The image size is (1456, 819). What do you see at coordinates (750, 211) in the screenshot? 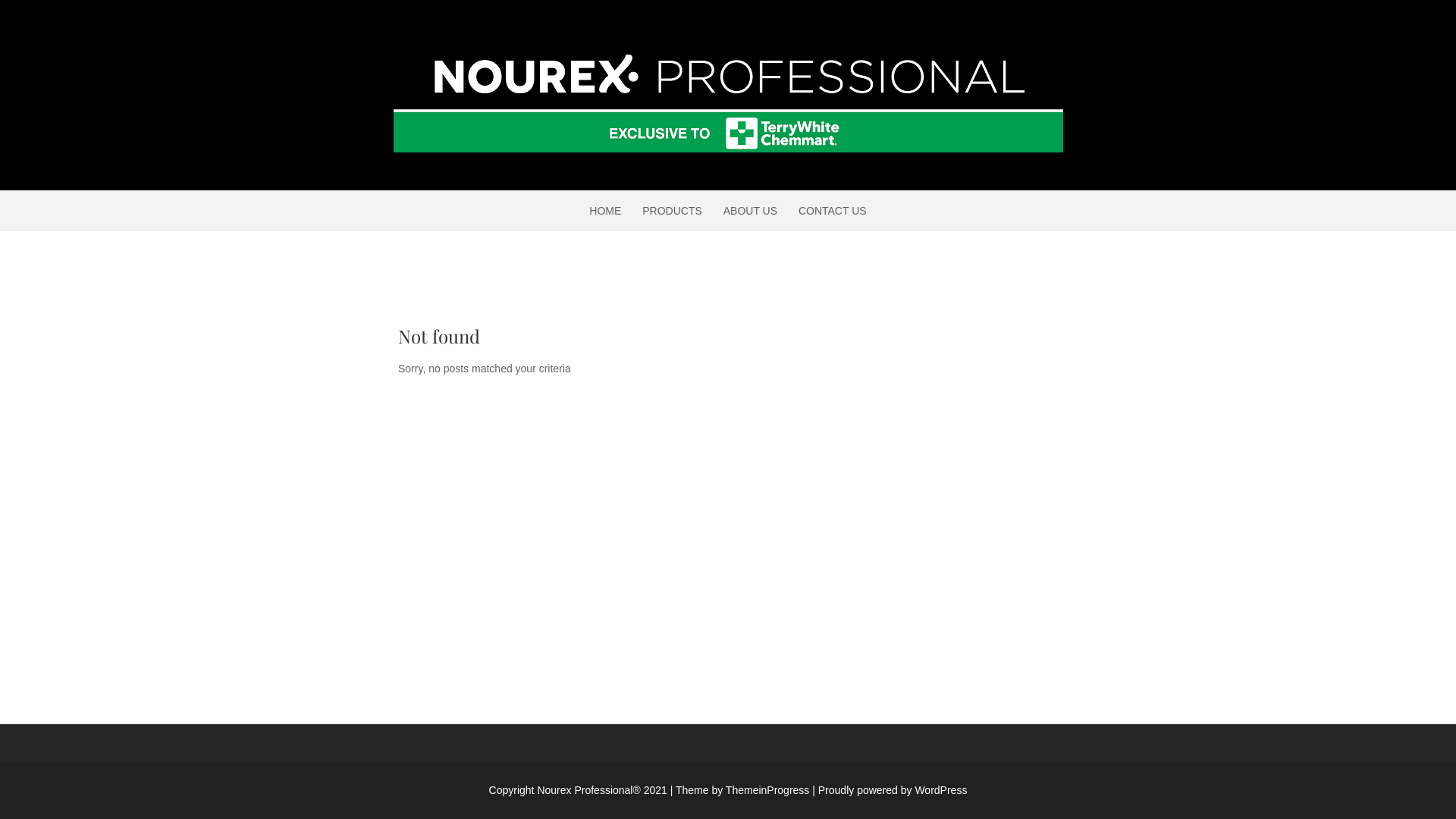
I see `'ABOUT US'` at bounding box center [750, 211].